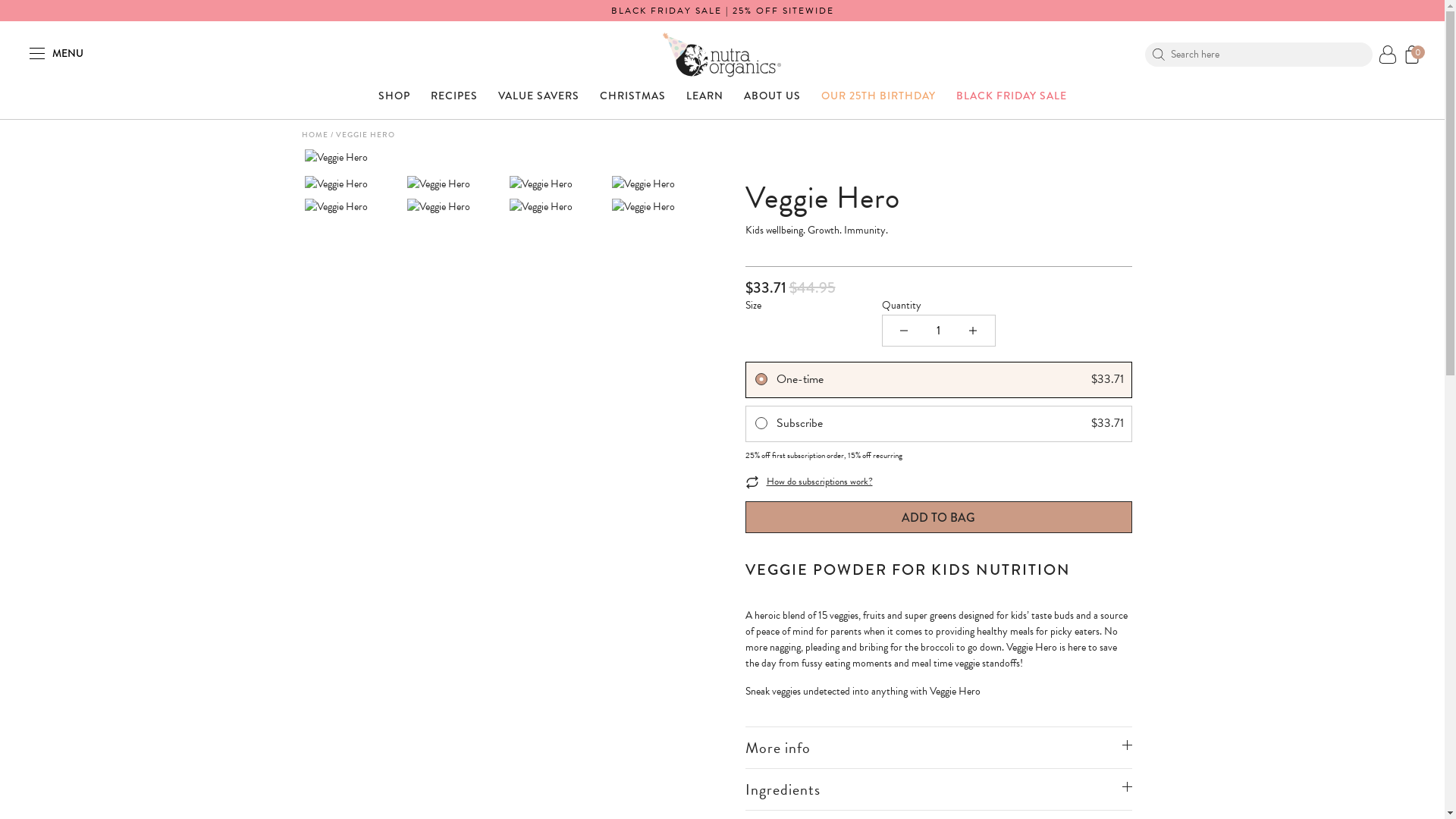 This screenshot has height=819, width=1456. Describe the element at coordinates (314, 133) in the screenshot. I see `'HOME'` at that location.